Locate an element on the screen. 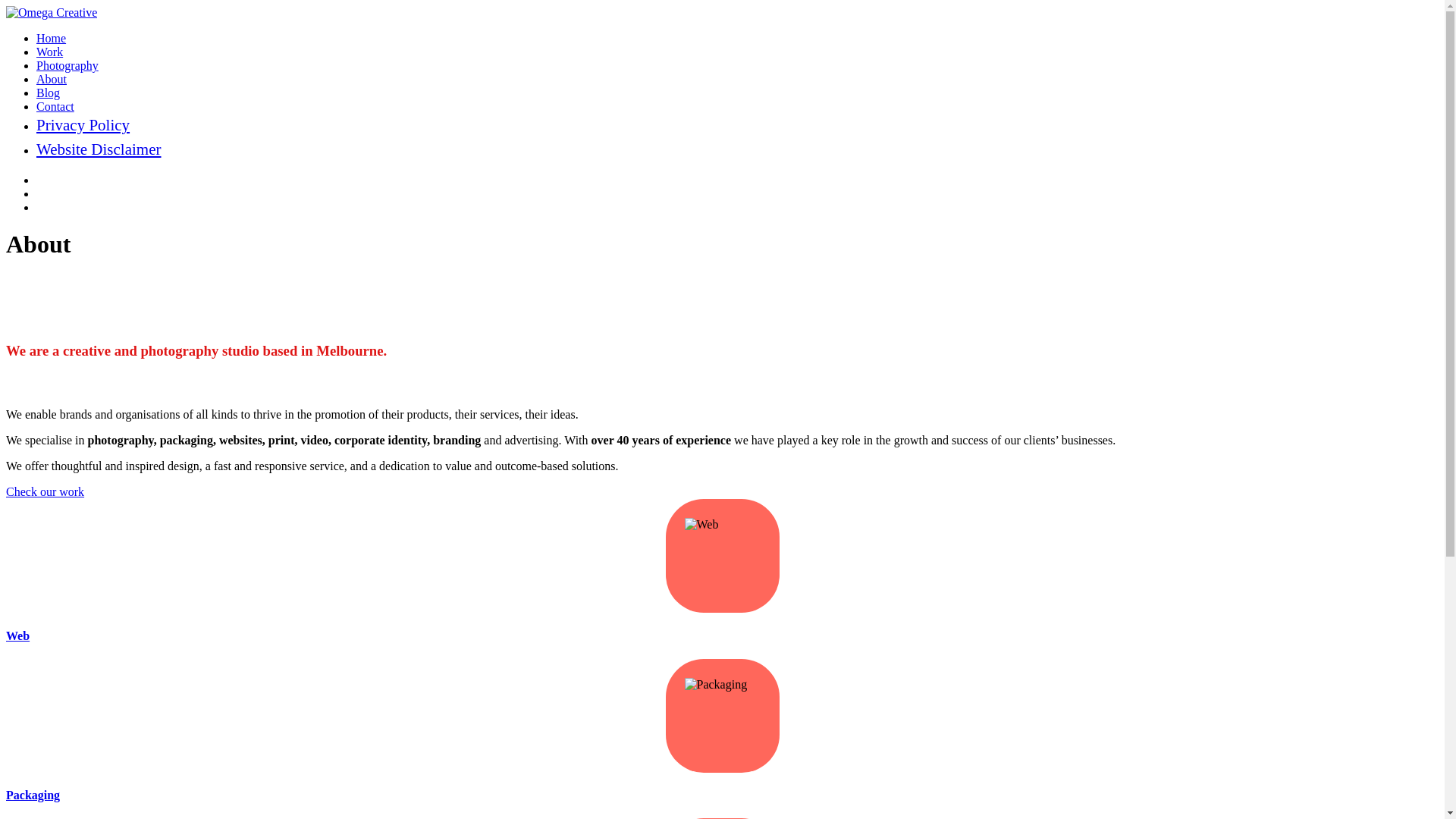 This screenshot has width=1456, height=819. 'Home' is located at coordinates (51, 37).